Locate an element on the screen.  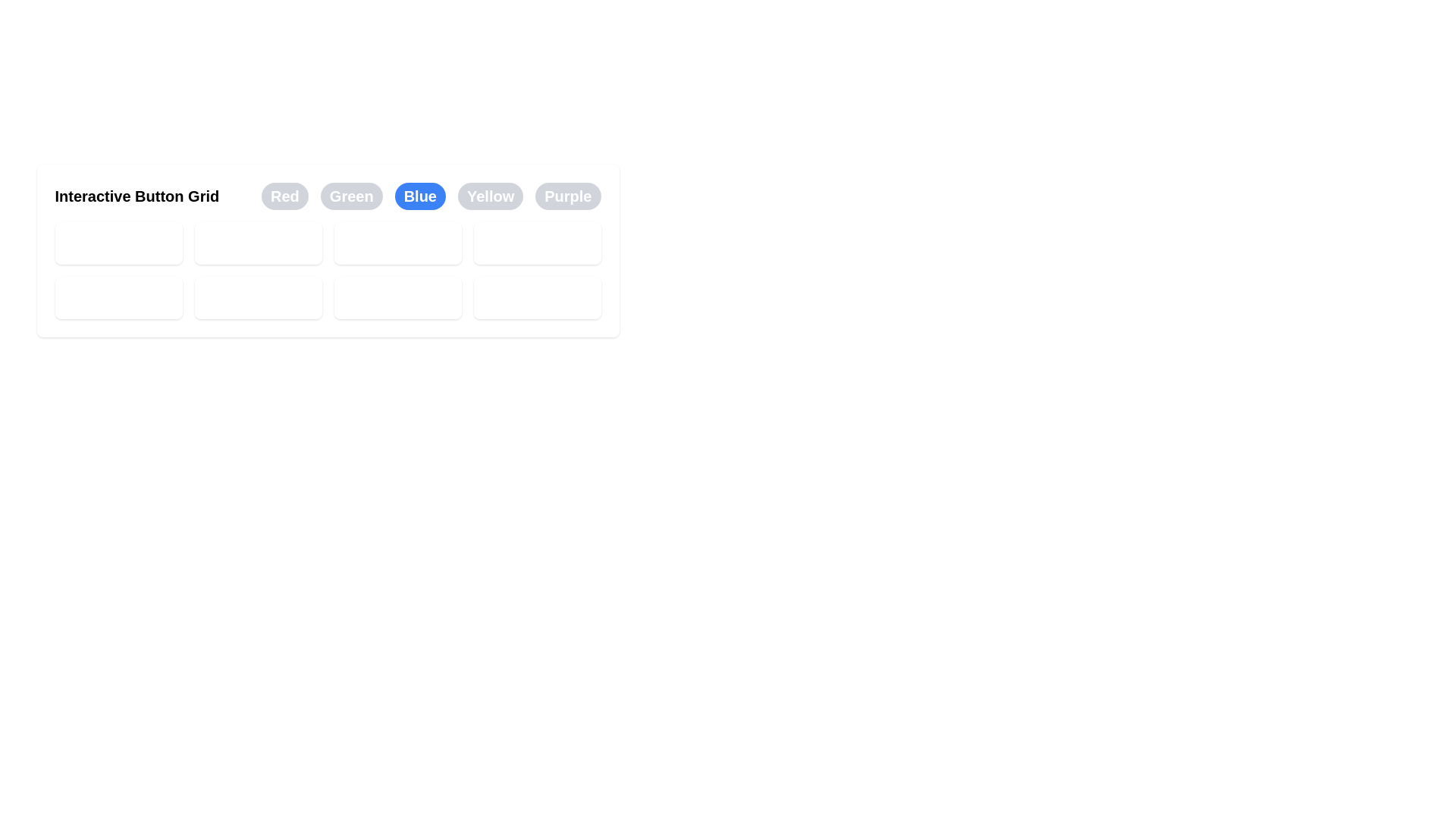
the interactive button located in the top-left position of the grid layout to interact with it is located at coordinates (118, 242).